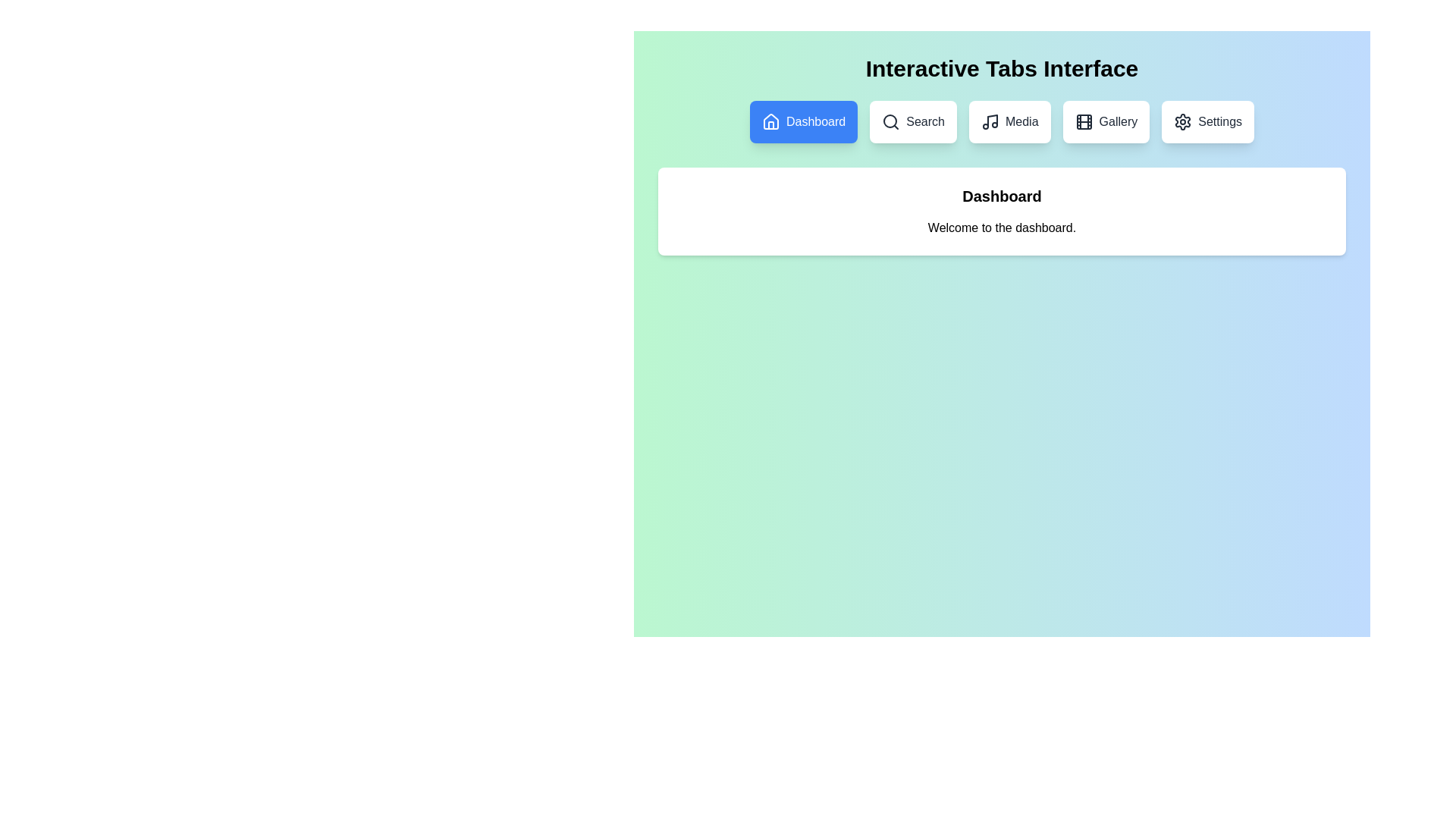 This screenshot has width=1456, height=819. Describe the element at coordinates (1009, 121) in the screenshot. I see `the 'Media' button, which is the third button in a horizontal row with a white background and gray text` at that location.